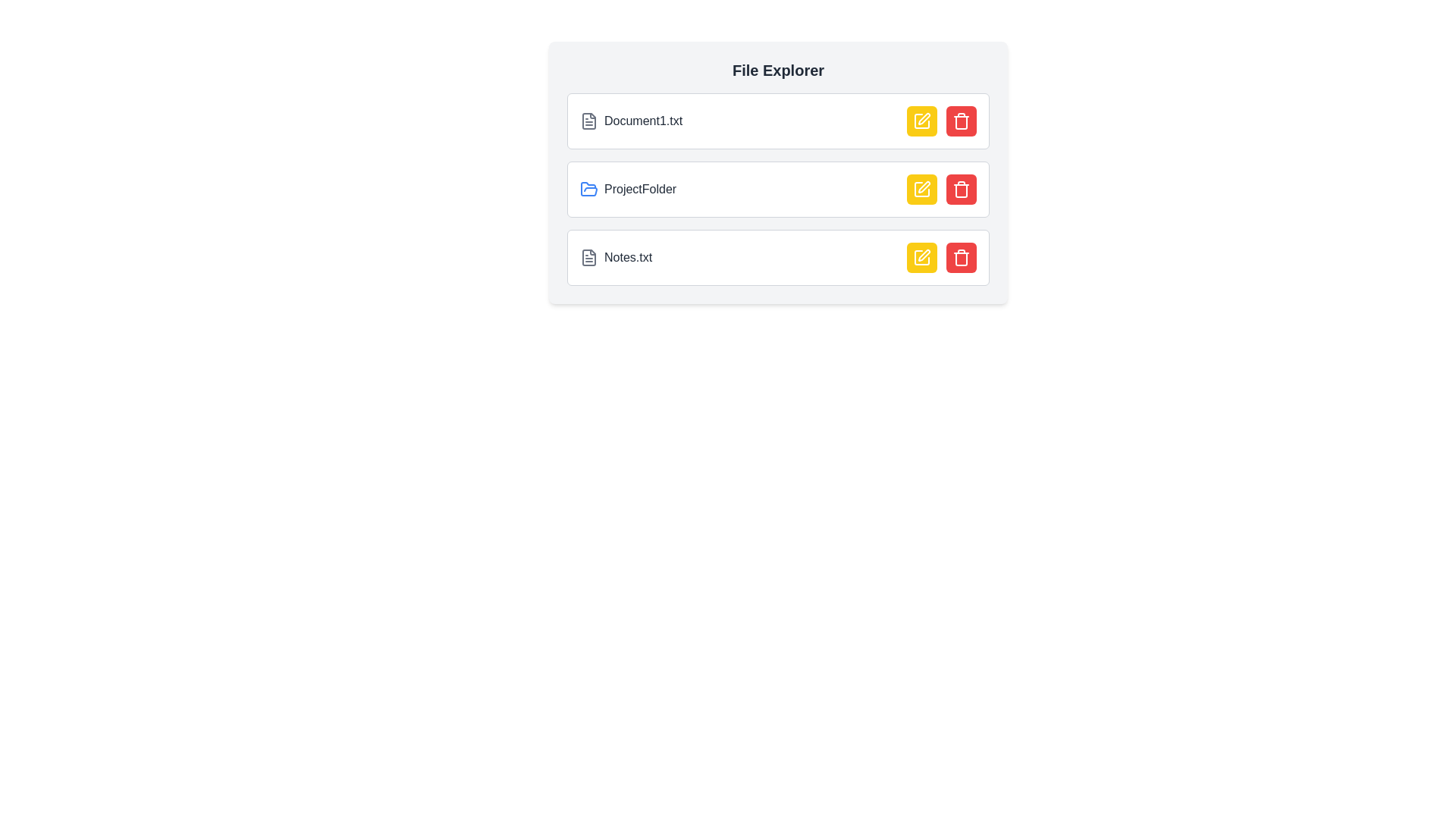 The width and height of the screenshot is (1456, 819). What do you see at coordinates (941, 256) in the screenshot?
I see `the yellow button for editing the file located at the right end of the row labeled 'Notes.txt' in the file explorer interface` at bounding box center [941, 256].